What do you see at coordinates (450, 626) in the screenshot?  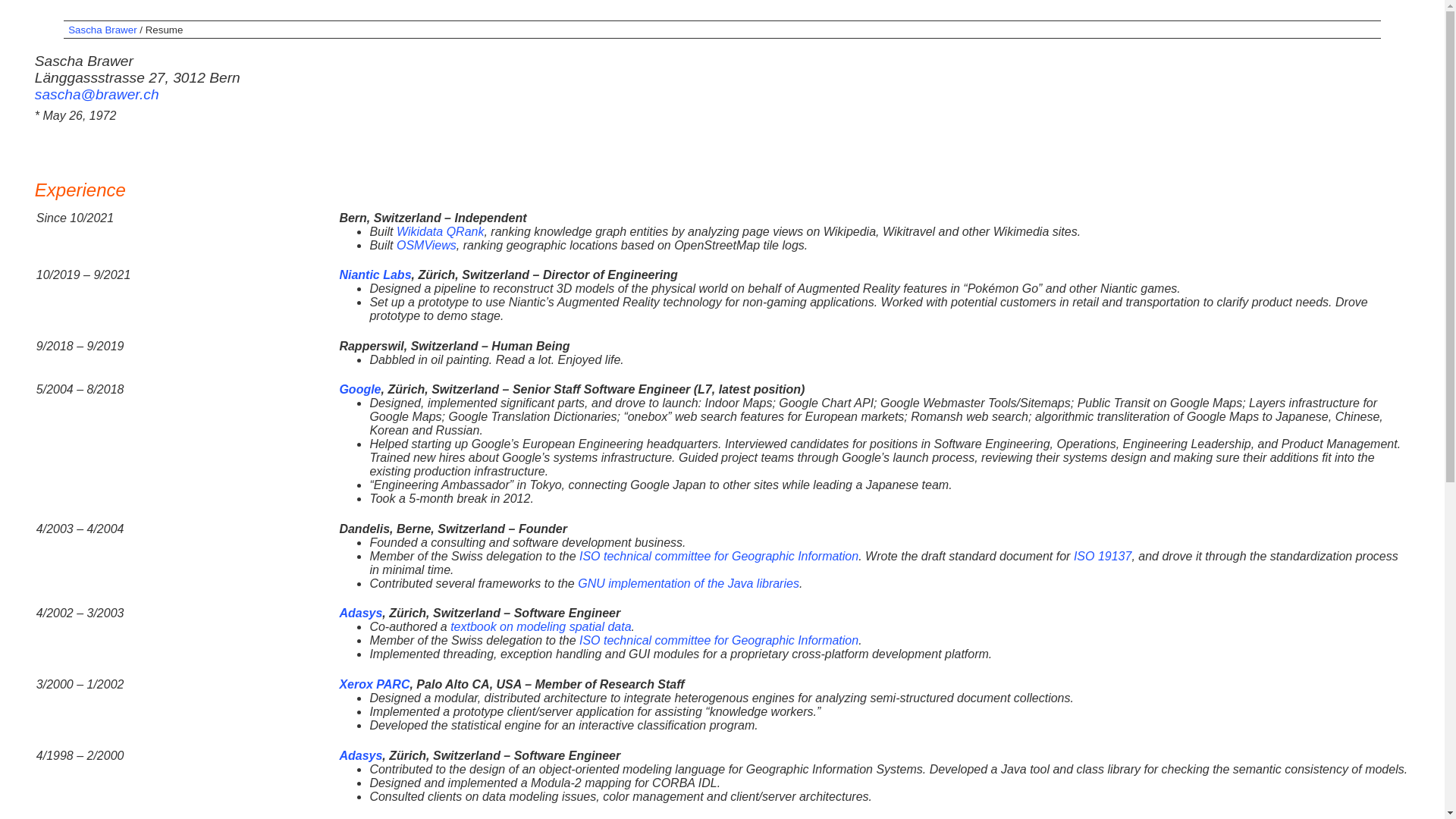 I see `'textbook on modeling spatial data'` at bounding box center [450, 626].